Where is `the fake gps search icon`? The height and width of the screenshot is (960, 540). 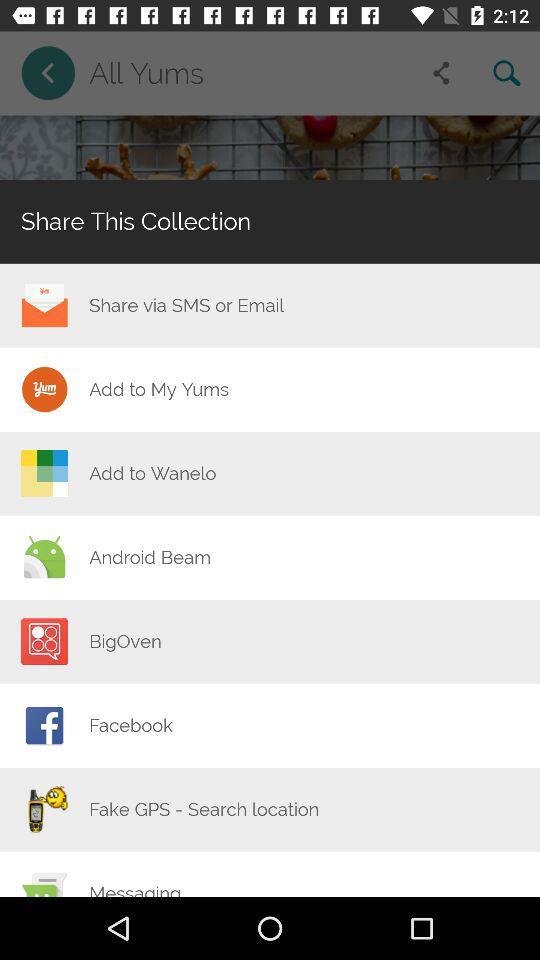 the fake gps search icon is located at coordinates (203, 809).